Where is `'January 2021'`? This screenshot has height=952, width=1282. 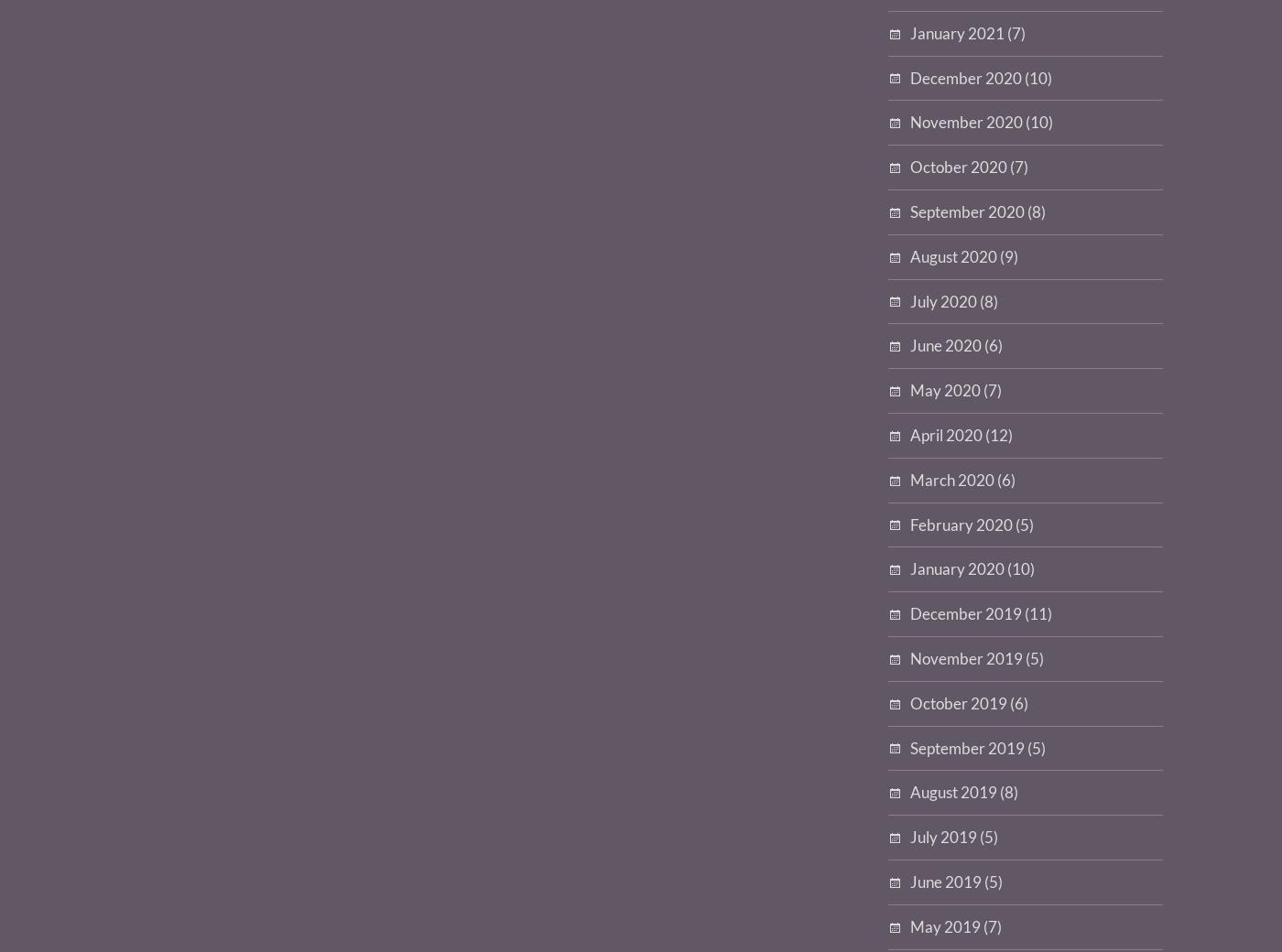 'January 2021' is located at coordinates (910, 31).